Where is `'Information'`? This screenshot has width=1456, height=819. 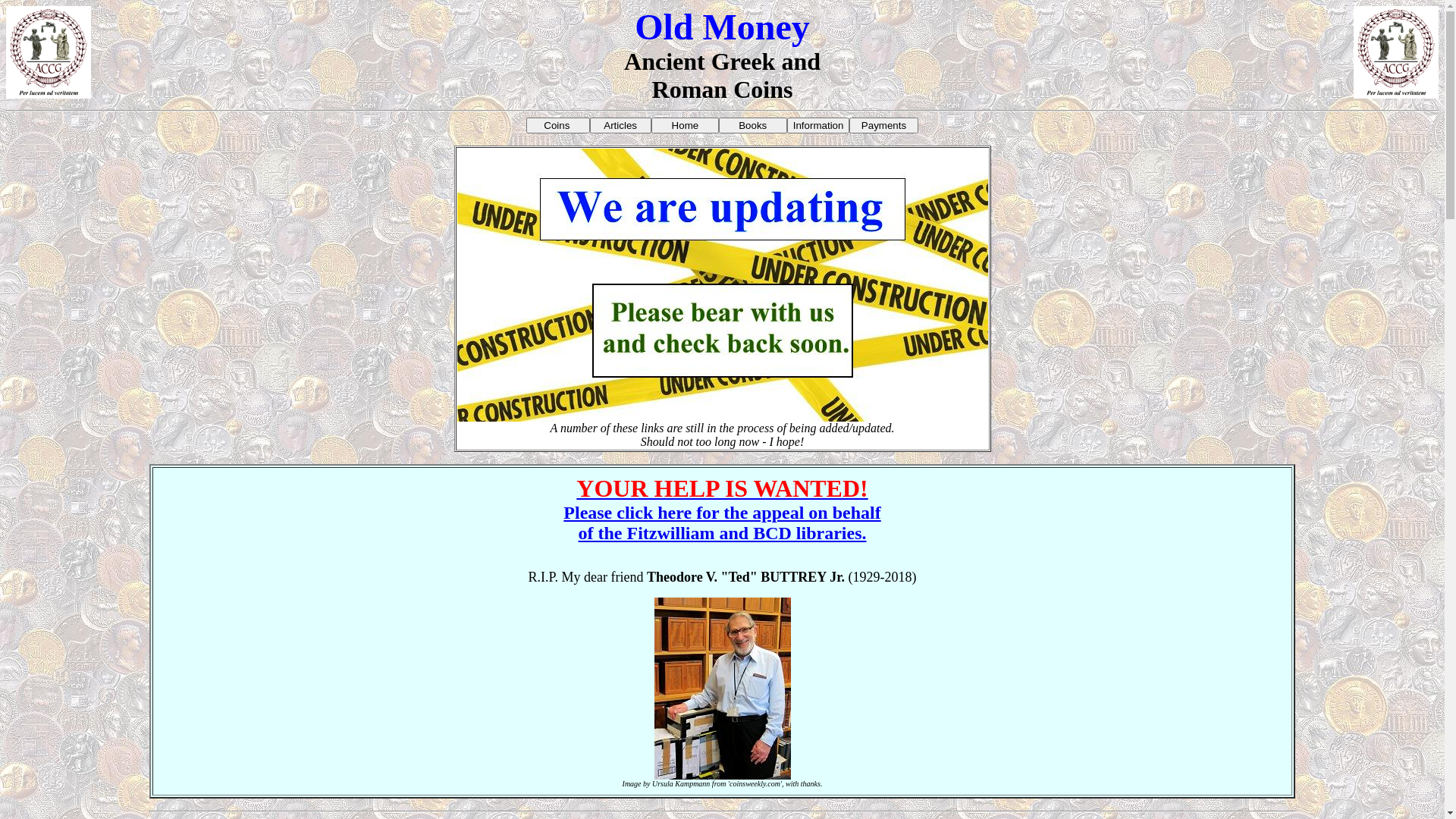 'Information' is located at coordinates (817, 124).